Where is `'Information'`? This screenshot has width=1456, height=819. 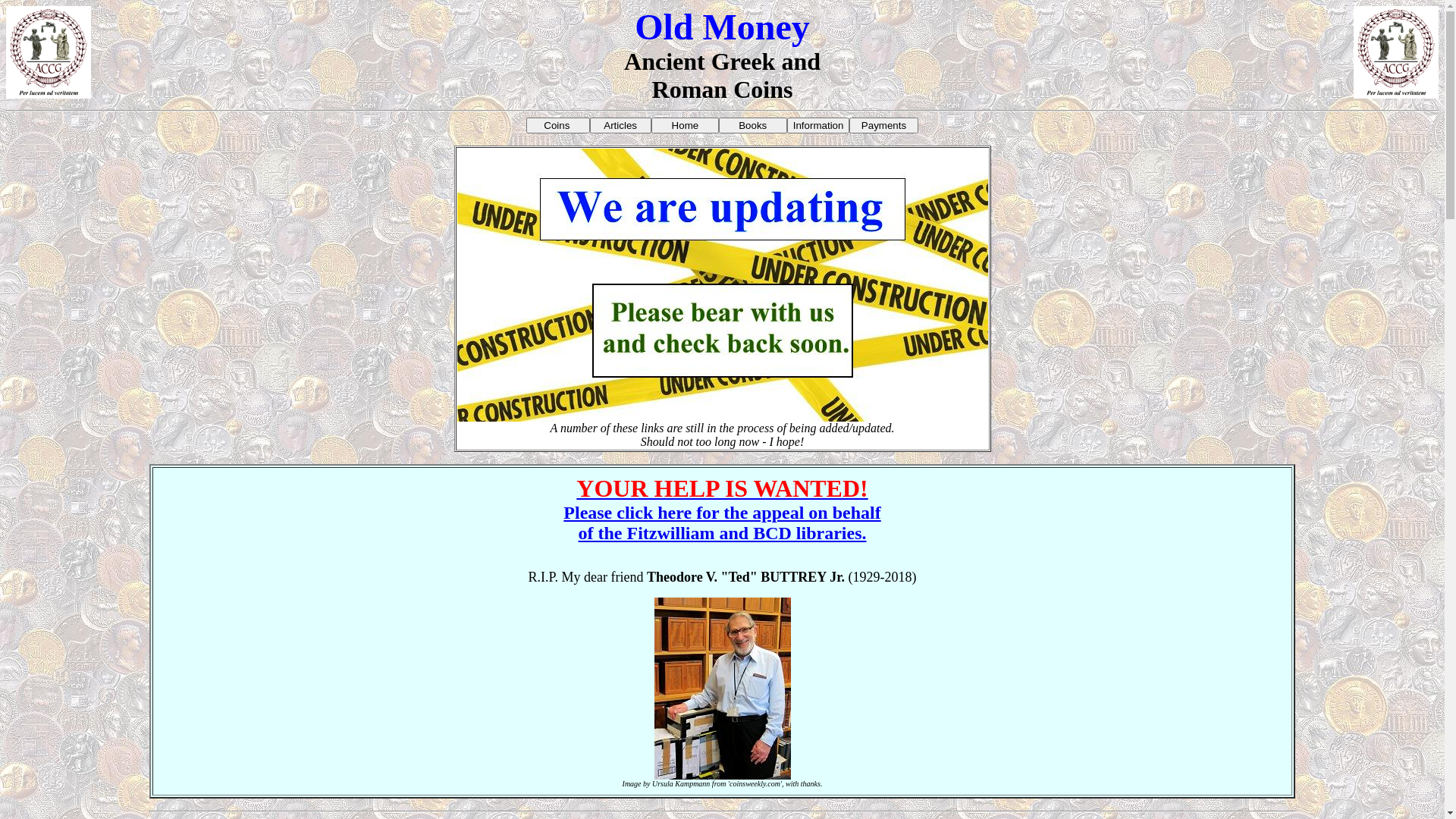 'Information' is located at coordinates (817, 124).